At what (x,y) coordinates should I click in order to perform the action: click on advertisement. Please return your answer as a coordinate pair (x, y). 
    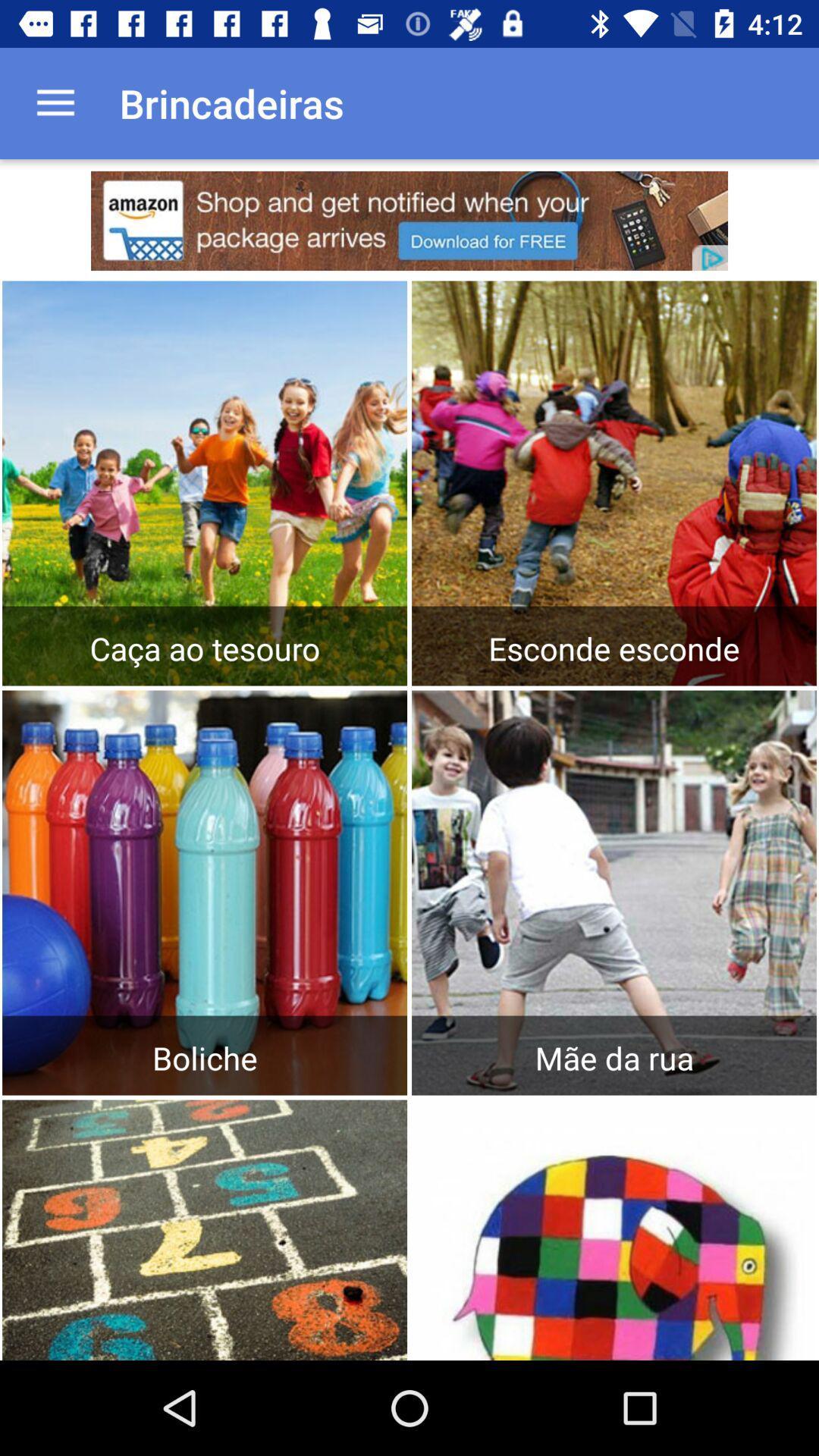
    Looking at the image, I should click on (409, 220).